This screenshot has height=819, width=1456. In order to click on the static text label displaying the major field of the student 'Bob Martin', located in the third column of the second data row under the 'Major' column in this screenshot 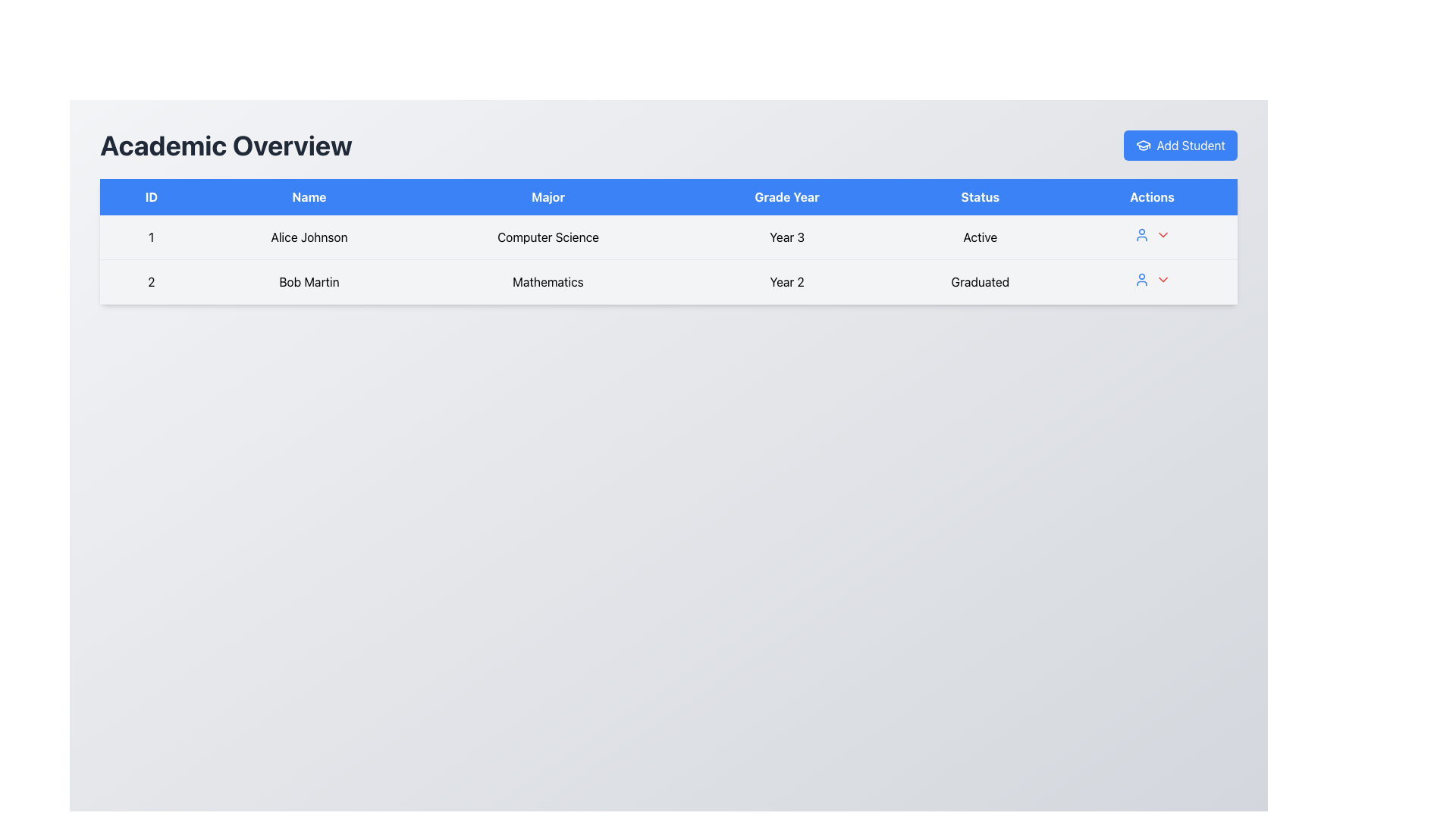, I will do `click(548, 281)`.